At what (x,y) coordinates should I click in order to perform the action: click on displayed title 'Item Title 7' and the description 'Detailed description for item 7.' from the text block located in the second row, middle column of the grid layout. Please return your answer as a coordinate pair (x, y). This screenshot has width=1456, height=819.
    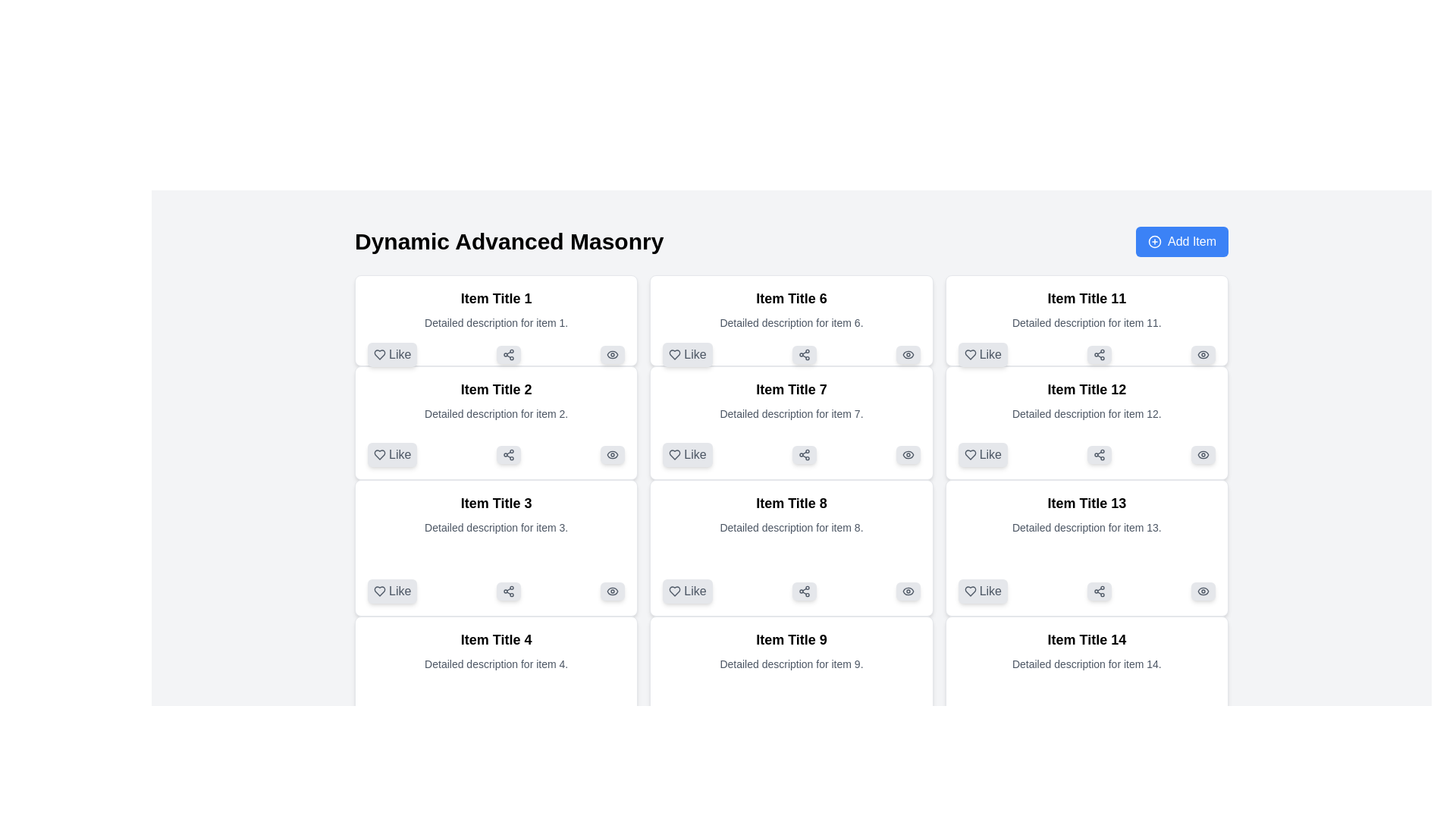
    Looking at the image, I should click on (790, 403).